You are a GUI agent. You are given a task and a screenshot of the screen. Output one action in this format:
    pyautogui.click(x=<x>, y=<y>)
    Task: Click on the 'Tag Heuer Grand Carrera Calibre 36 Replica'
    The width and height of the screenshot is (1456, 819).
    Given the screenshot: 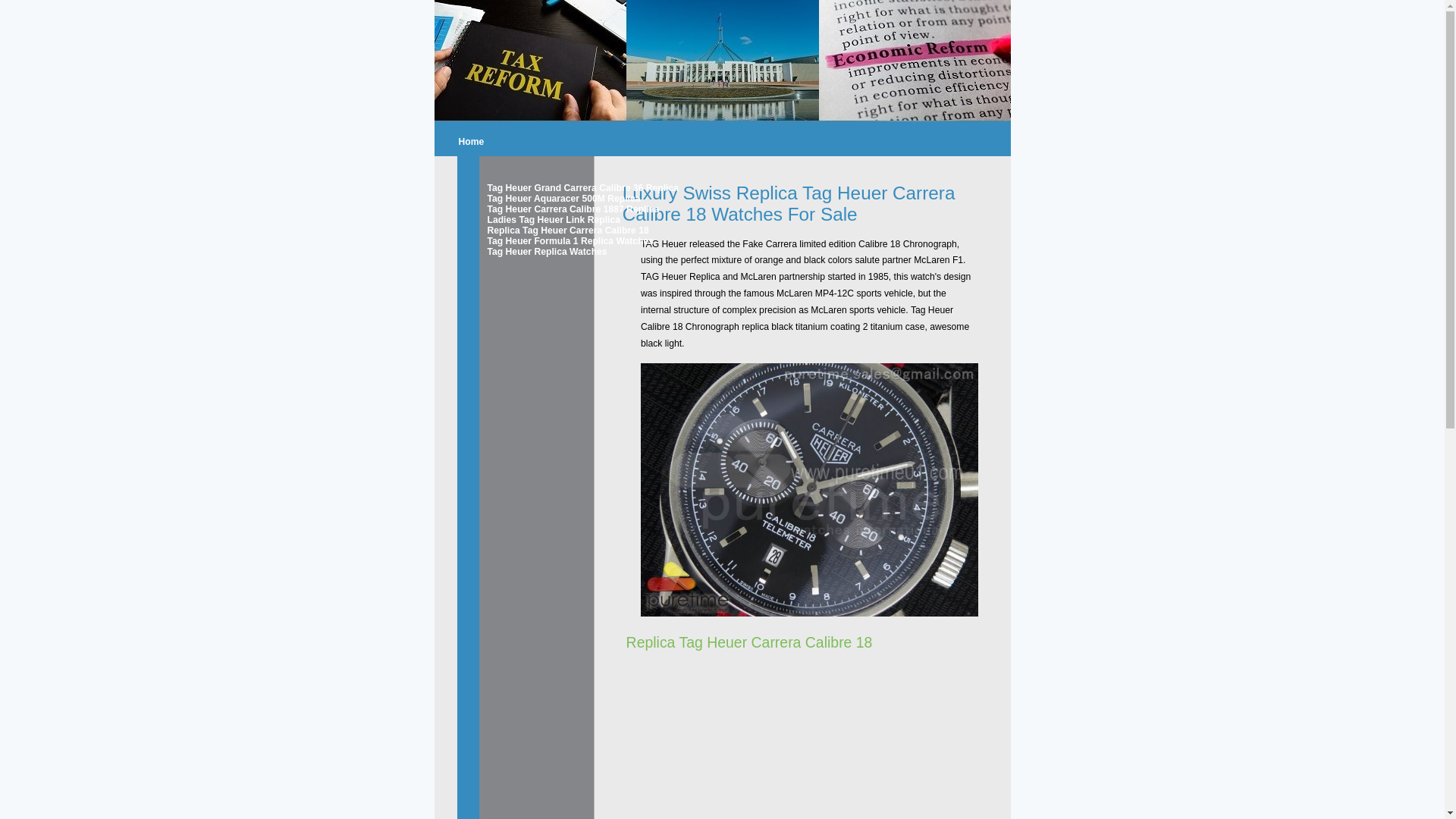 What is the action you would take?
    pyautogui.click(x=487, y=187)
    